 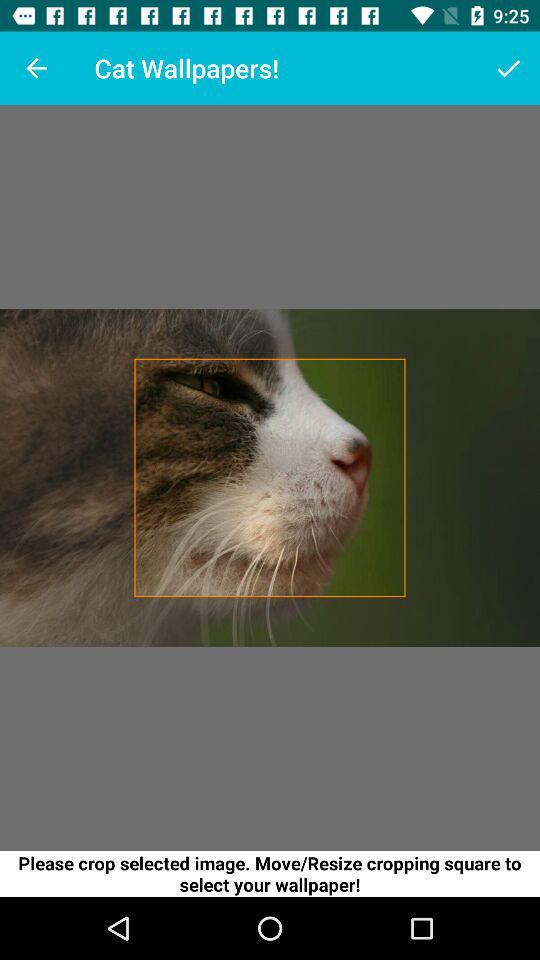 I want to click on the item at the top left corner, so click(x=36, y=68).